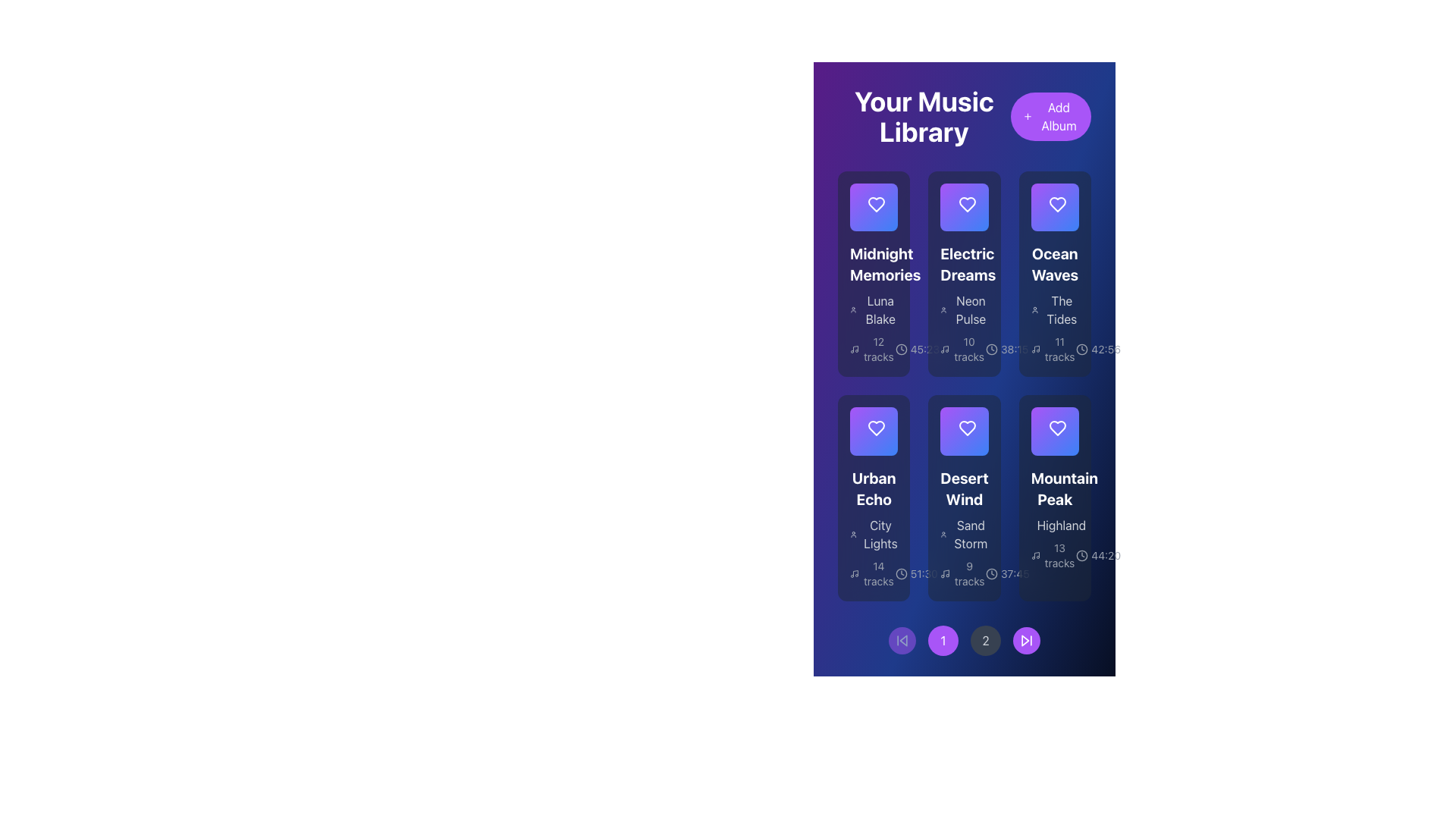  What do you see at coordinates (853, 309) in the screenshot?
I see `the user profile icon located to the left of the text 'Luna Blake', which serves as a visual indicator for user-related content` at bounding box center [853, 309].